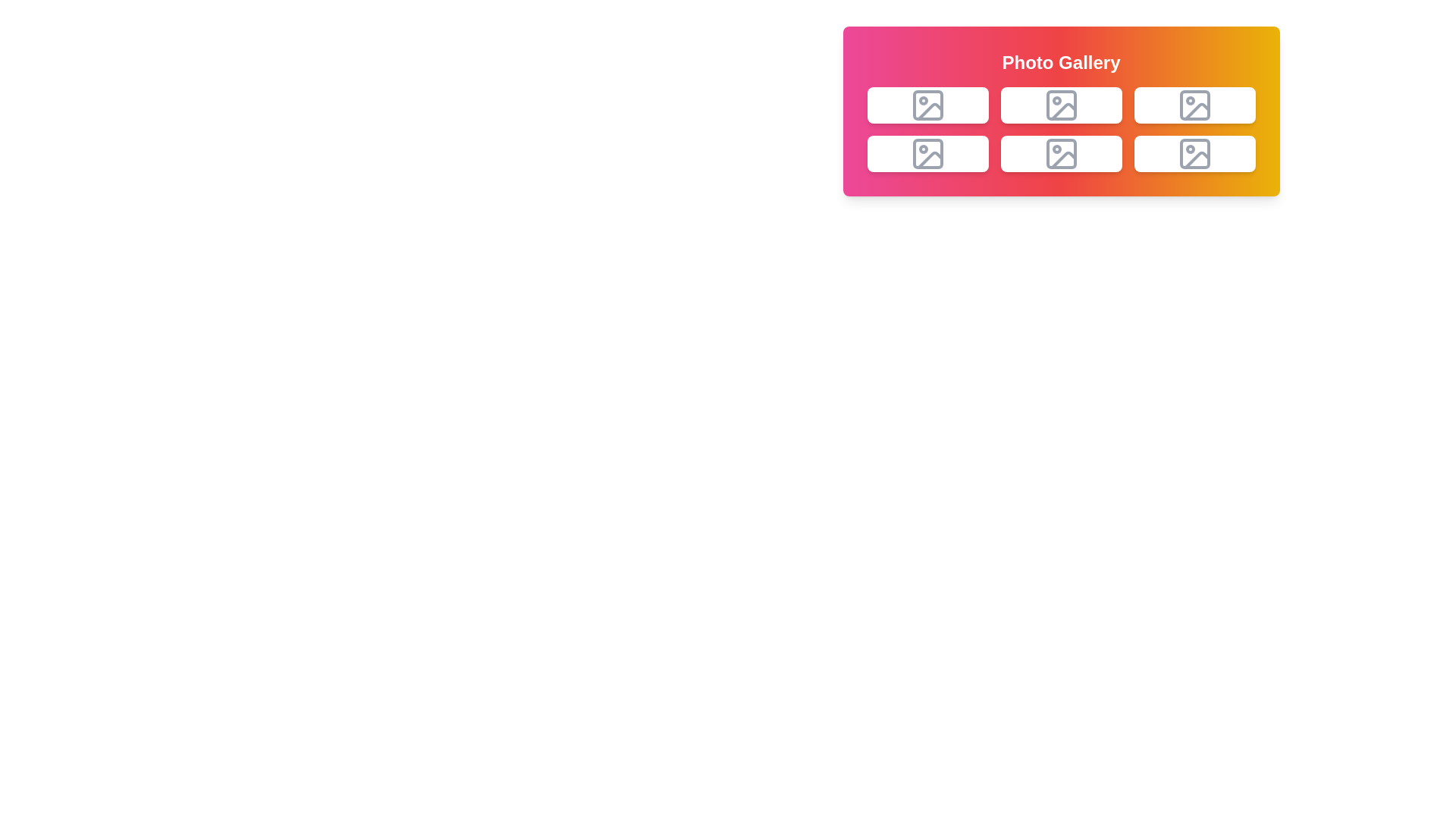 The width and height of the screenshot is (1456, 819). I want to click on the interactive tile located, so click(1194, 104).